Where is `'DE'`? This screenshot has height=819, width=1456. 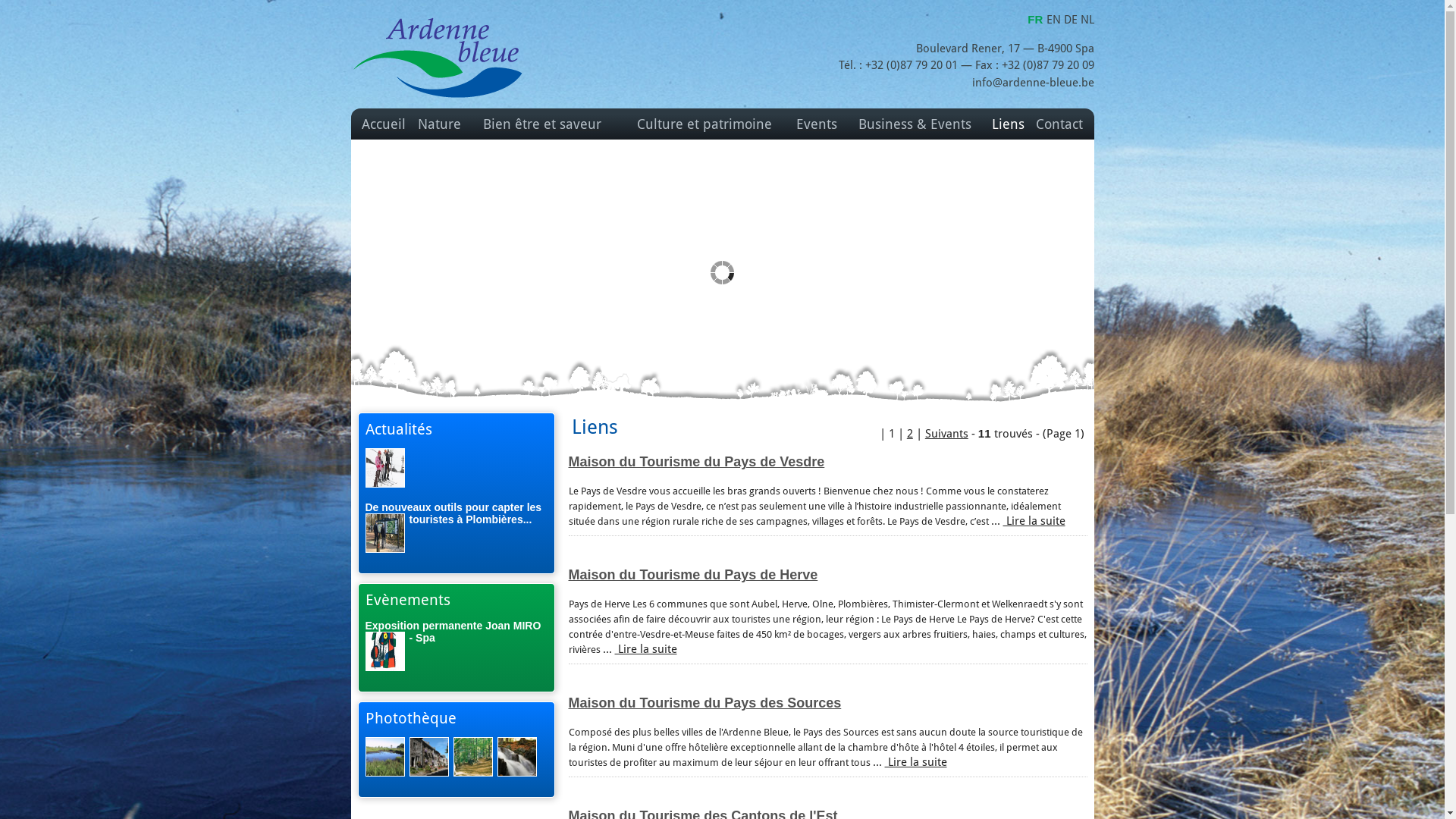 'DE' is located at coordinates (1070, 20).